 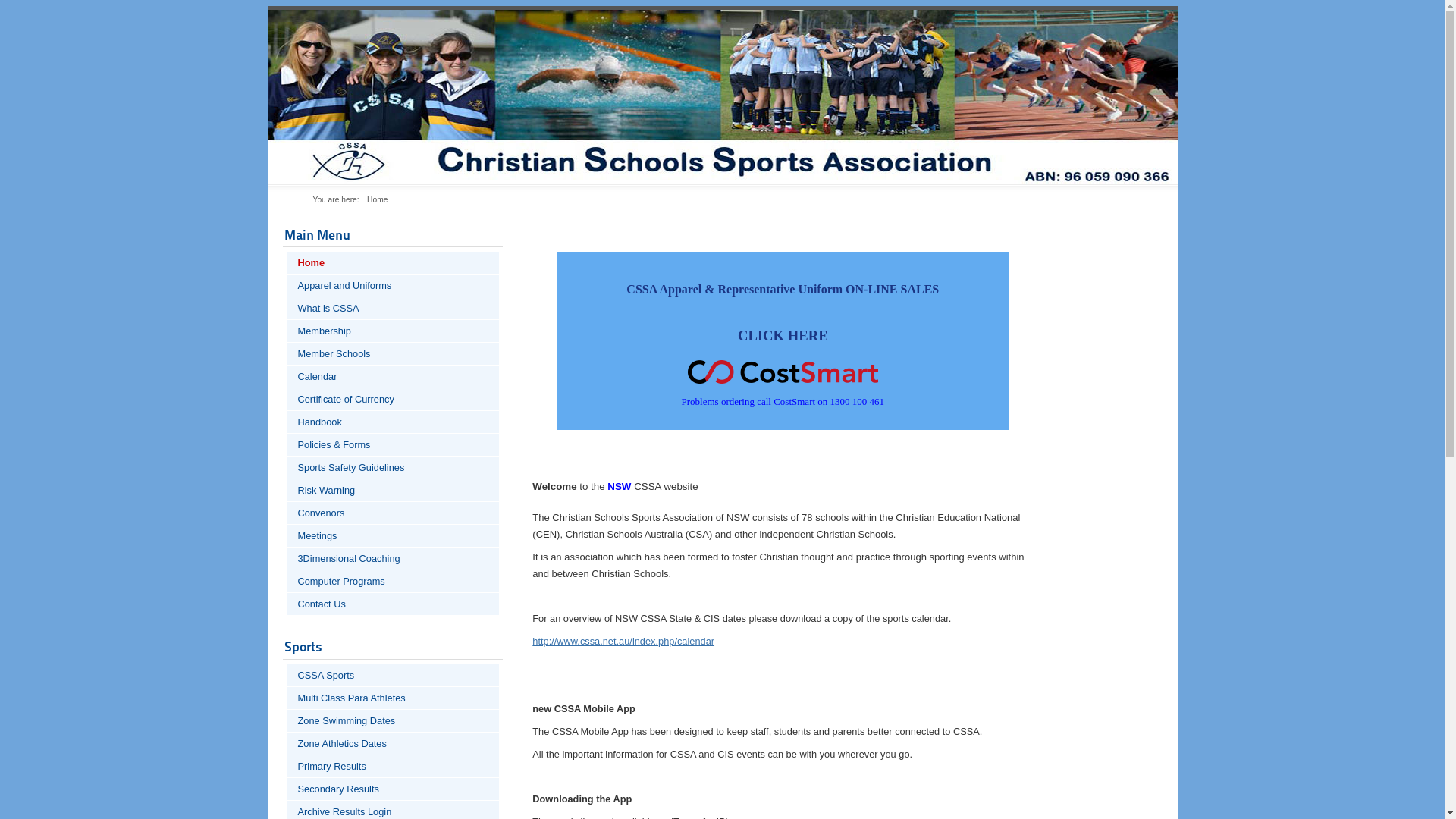 What do you see at coordinates (393, 398) in the screenshot?
I see `'Certificate of Currency'` at bounding box center [393, 398].